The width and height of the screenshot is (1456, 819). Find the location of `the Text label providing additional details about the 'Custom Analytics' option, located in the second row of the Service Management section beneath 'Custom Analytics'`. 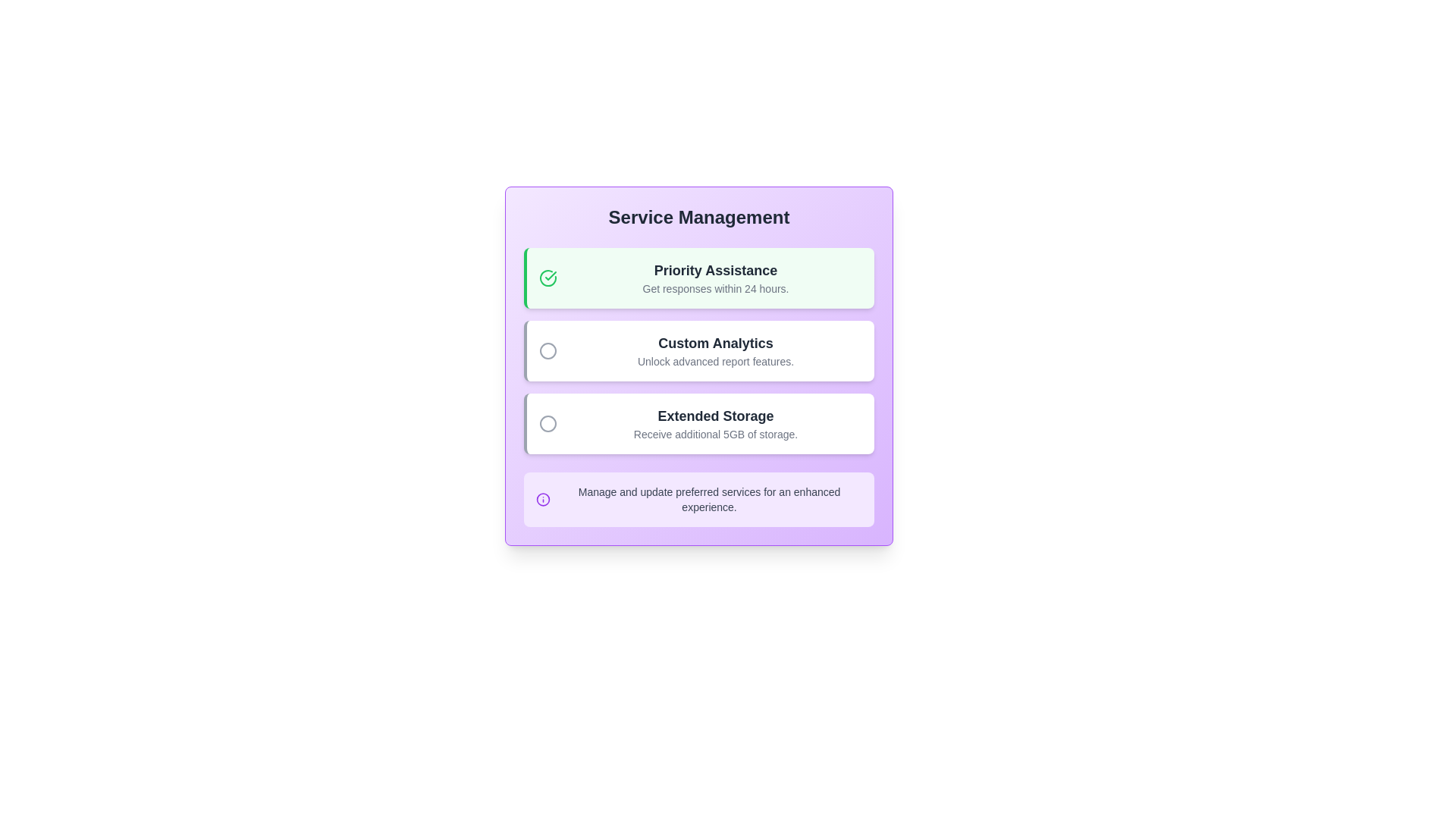

the Text label providing additional details about the 'Custom Analytics' option, located in the second row of the Service Management section beneath 'Custom Analytics' is located at coordinates (715, 362).